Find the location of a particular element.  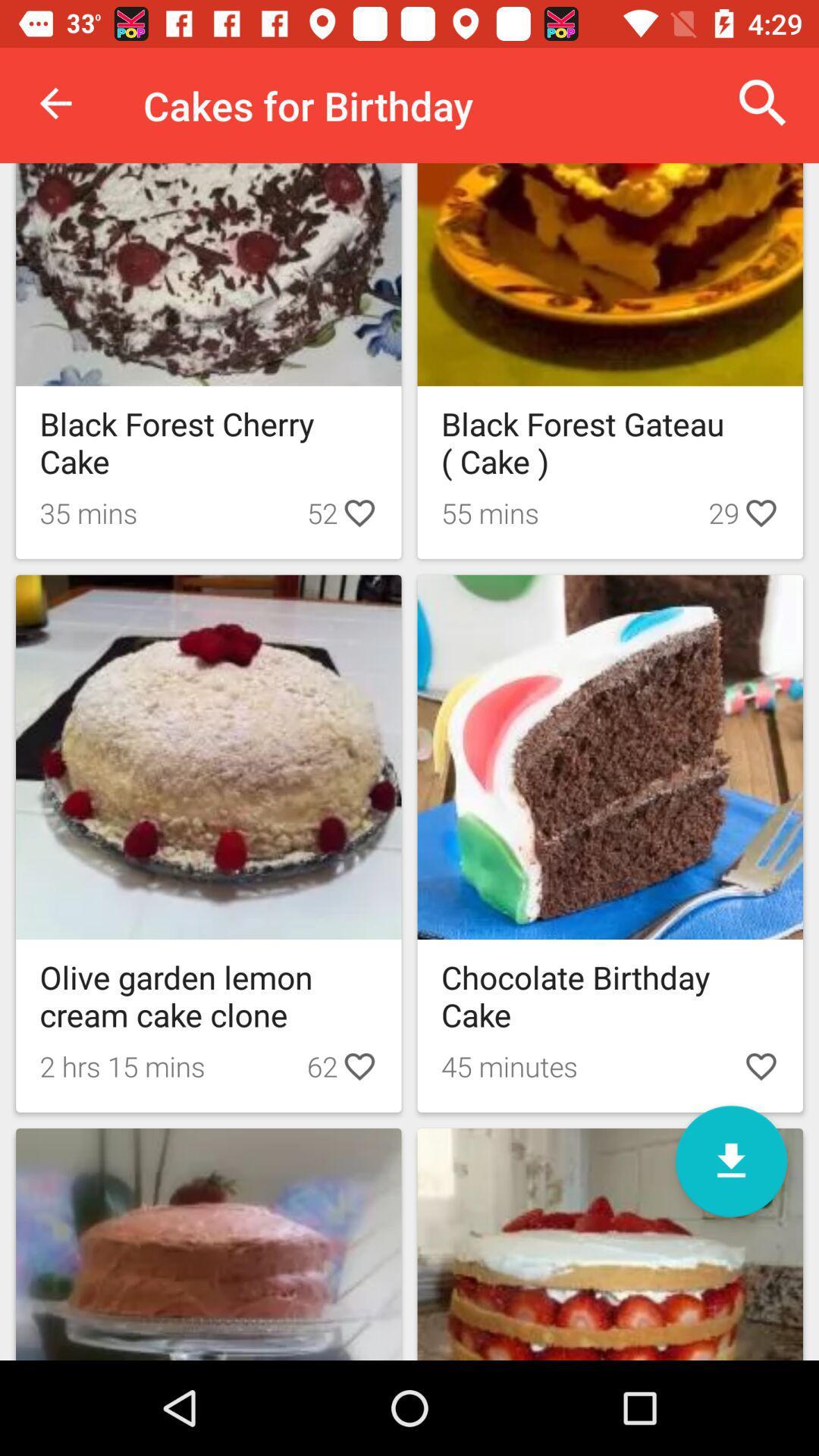

the file_download icon is located at coordinates (730, 1160).